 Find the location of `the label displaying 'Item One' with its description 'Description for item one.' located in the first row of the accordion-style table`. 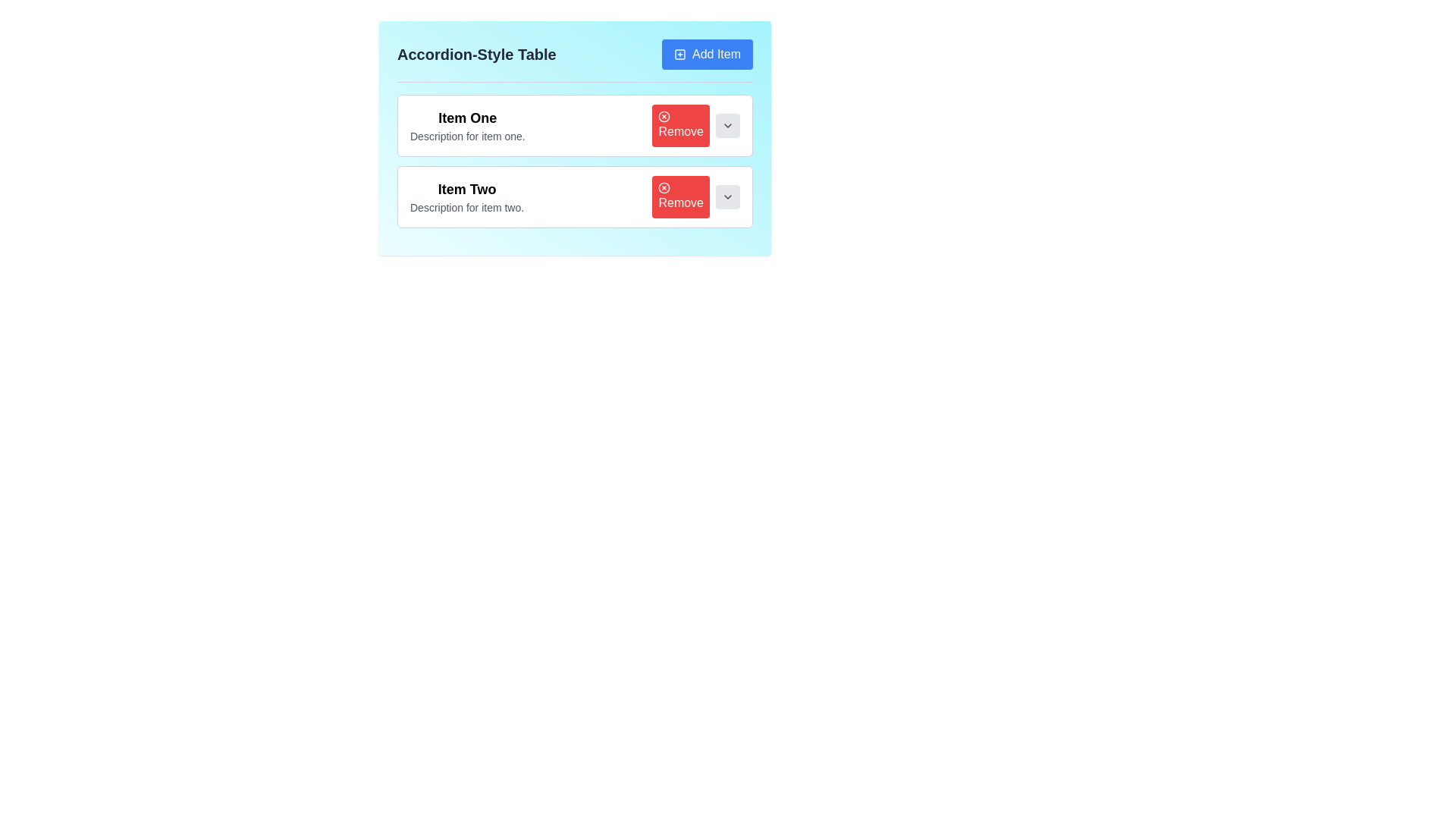

the label displaying 'Item One' with its description 'Description for item one.' located in the first row of the accordion-style table is located at coordinates (466, 124).